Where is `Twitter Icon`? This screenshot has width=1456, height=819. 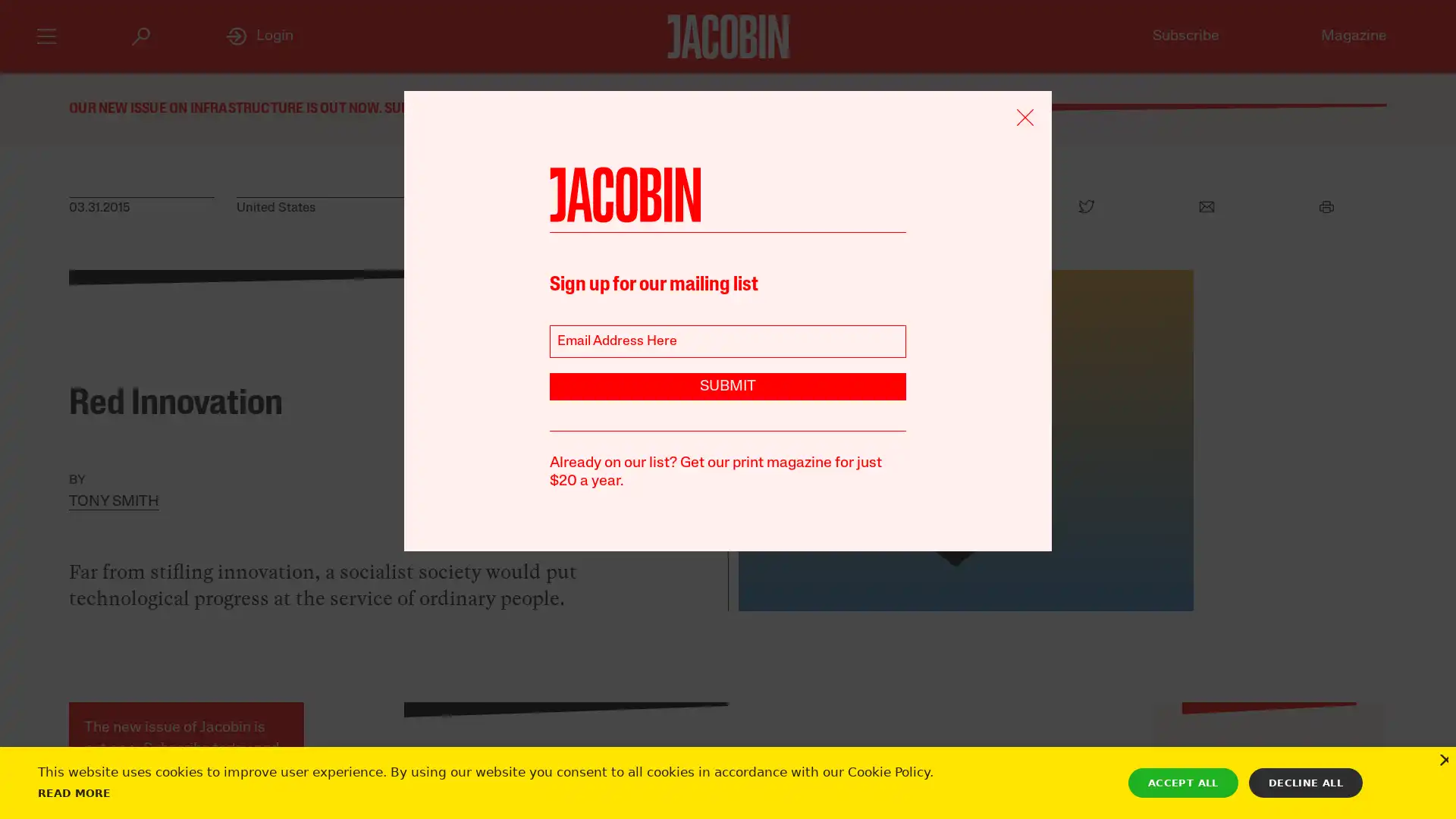
Twitter Icon is located at coordinates (1085, 206).